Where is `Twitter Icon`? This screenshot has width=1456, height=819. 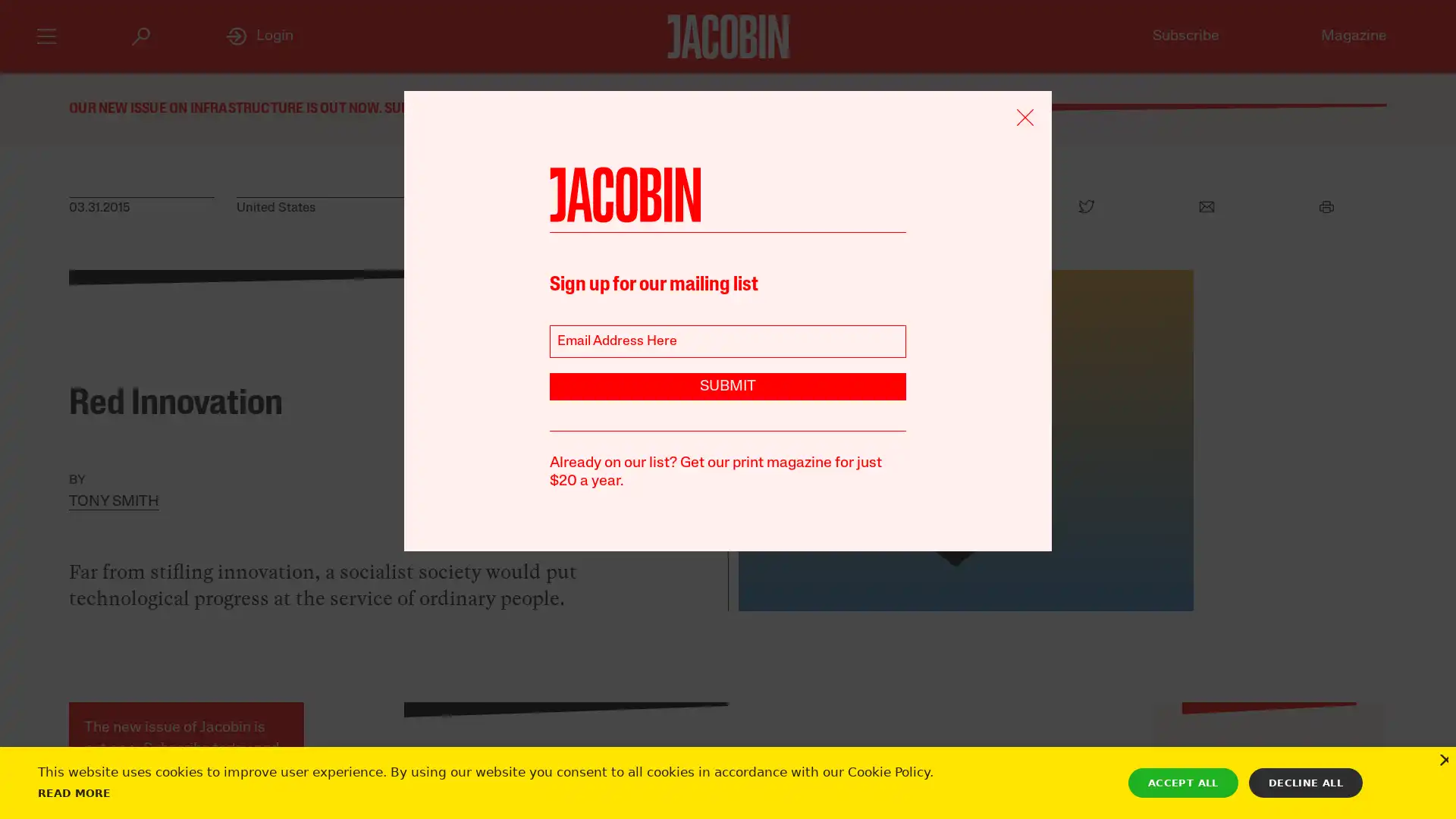
Twitter Icon is located at coordinates (1085, 206).